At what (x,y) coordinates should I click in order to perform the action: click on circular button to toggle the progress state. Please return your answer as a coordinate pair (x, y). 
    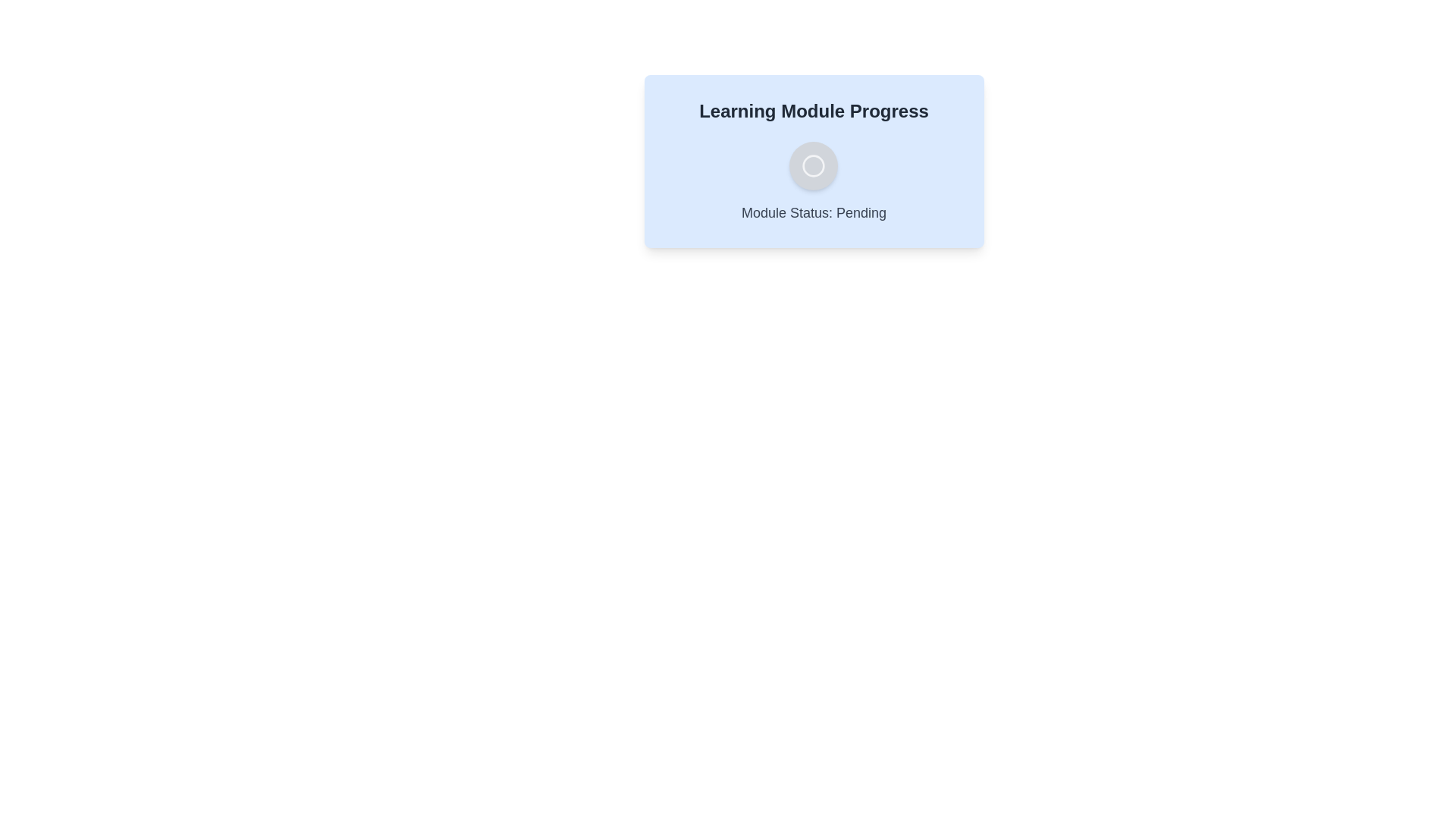
    Looking at the image, I should click on (813, 166).